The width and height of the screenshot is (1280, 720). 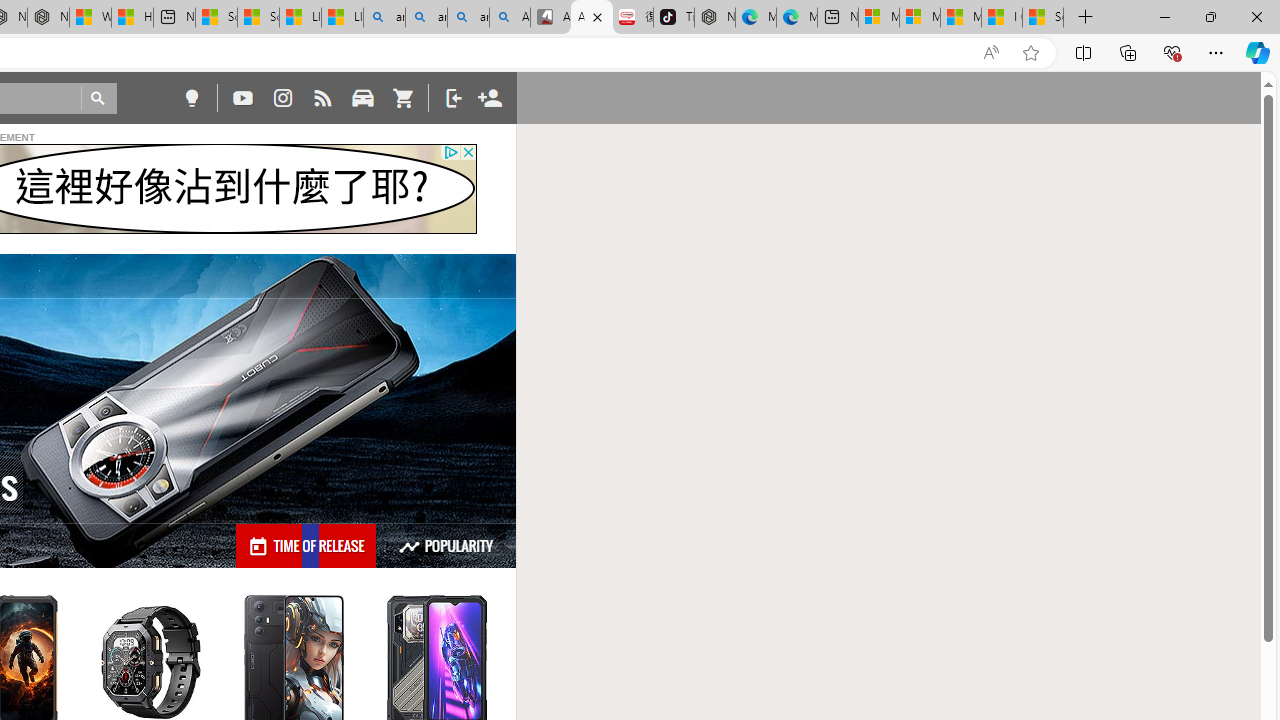 I want to click on 'Go', so click(x=98, y=98).